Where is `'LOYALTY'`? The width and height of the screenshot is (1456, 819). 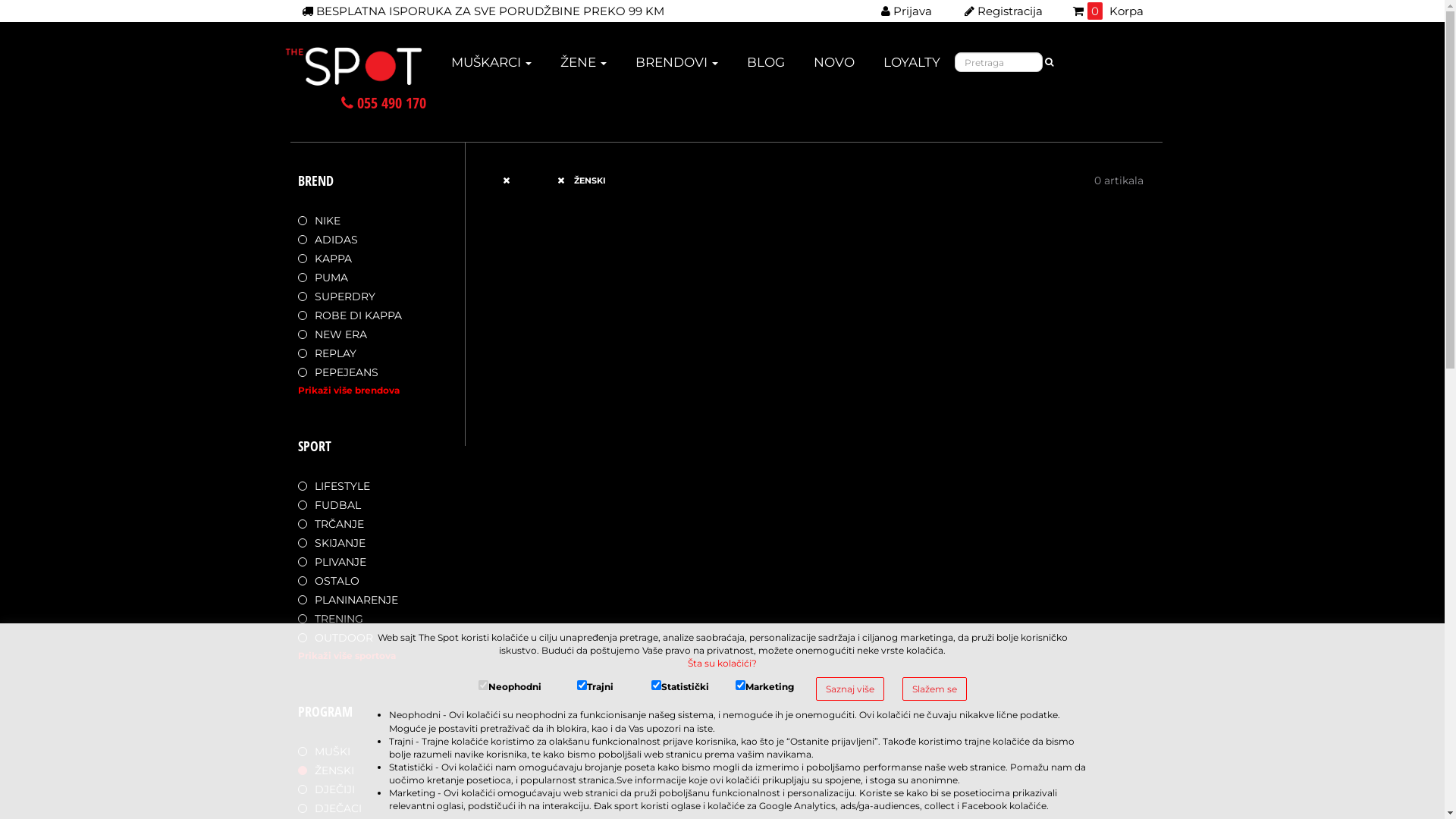
'LOYALTY' is located at coordinates (880, 66).